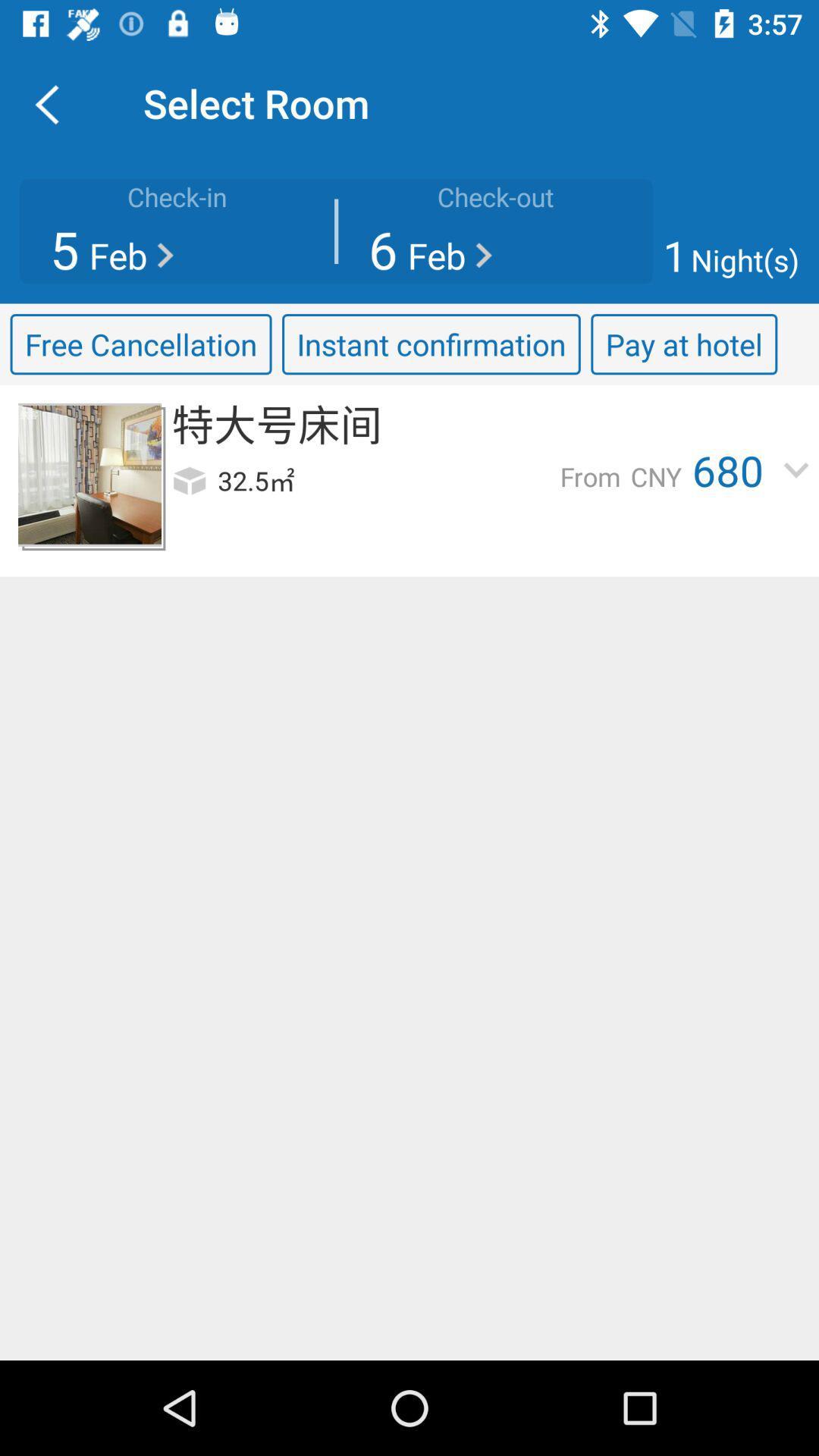 This screenshot has width=819, height=1456. I want to click on a thumbnail that takes you to the room listing, so click(89, 474).